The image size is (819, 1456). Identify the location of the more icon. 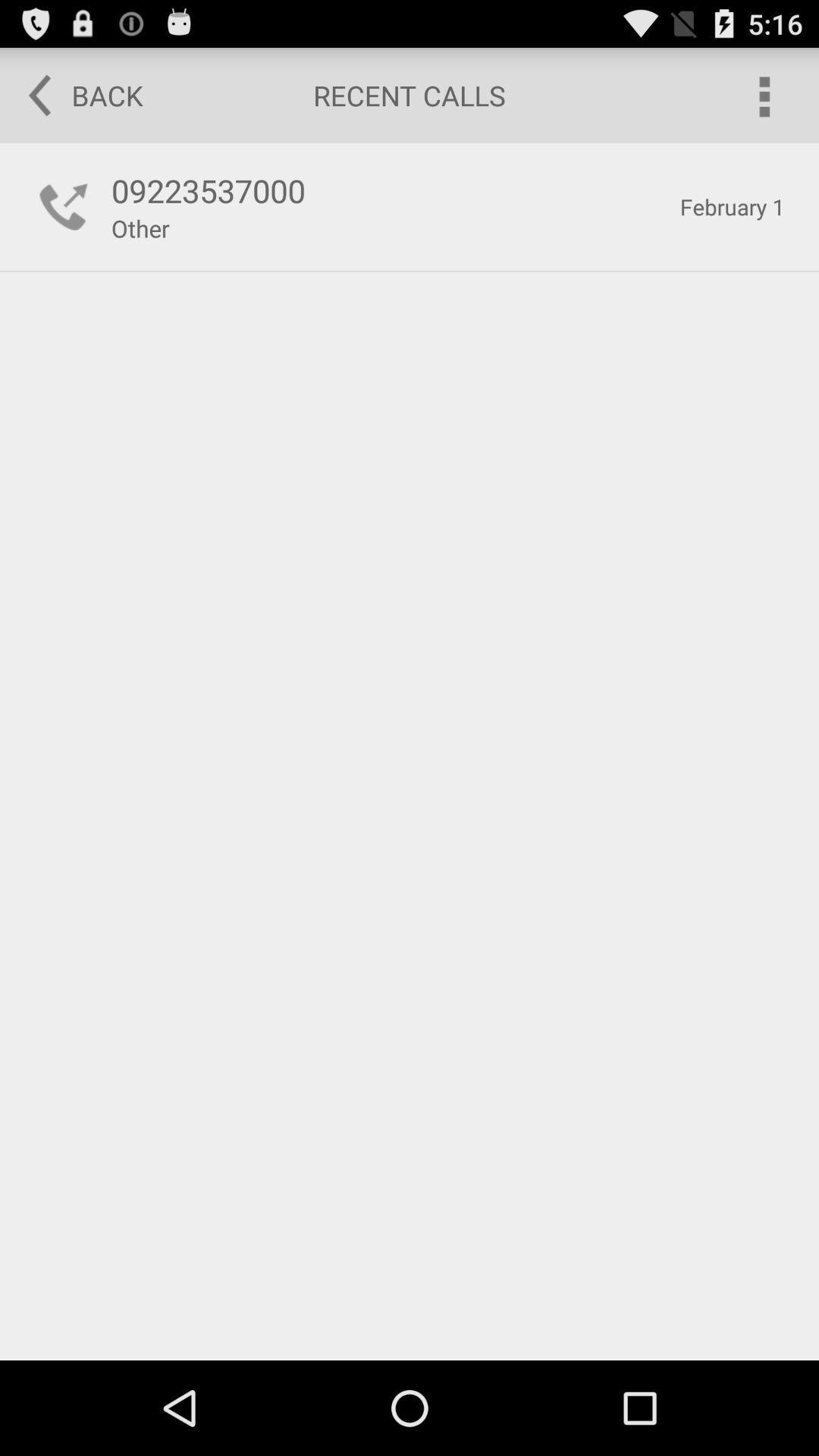
(763, 101).